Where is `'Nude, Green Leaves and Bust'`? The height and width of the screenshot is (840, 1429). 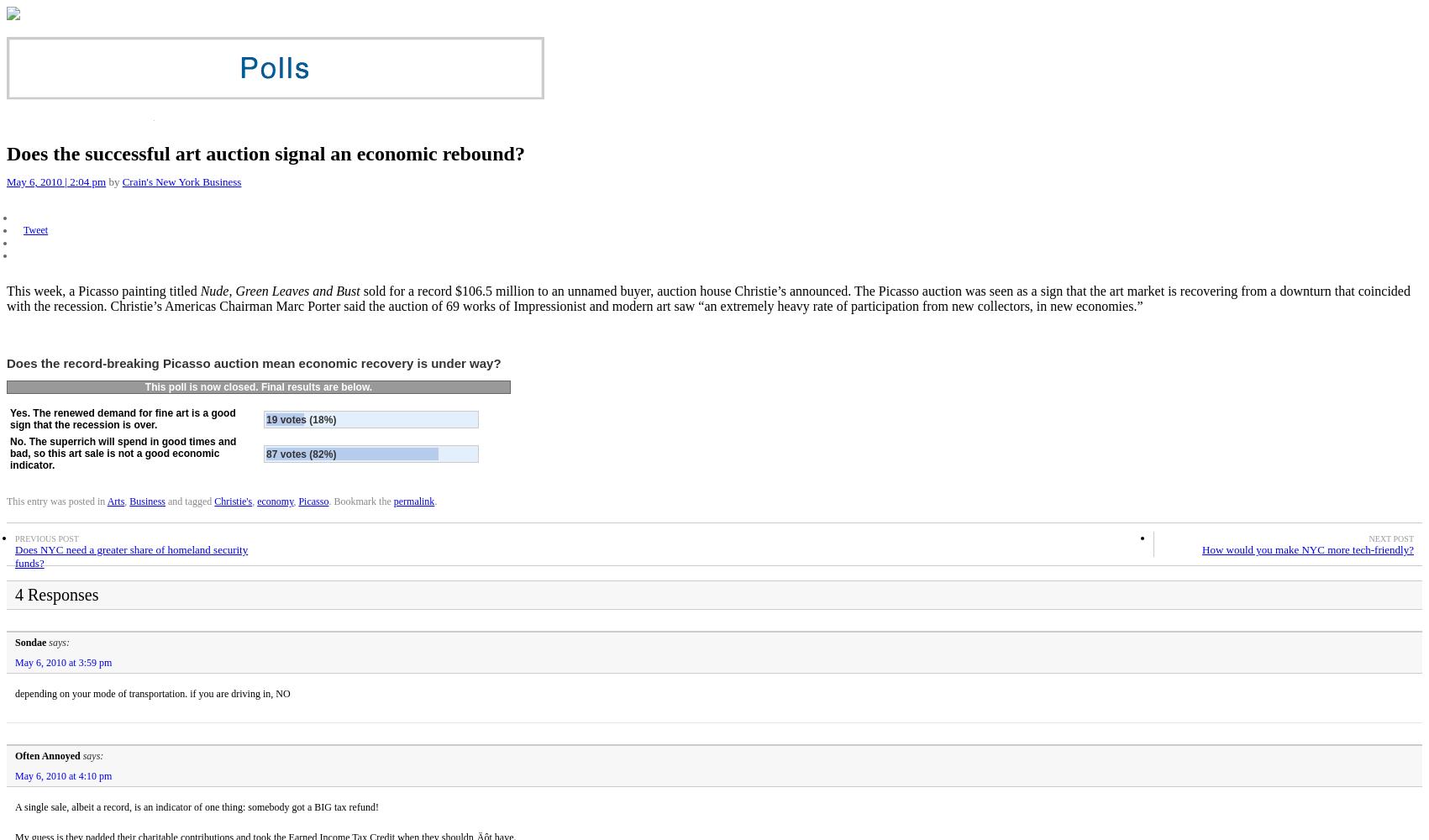 'Nude, Green Leaves and Bust' is located at coordinates (280, 290).